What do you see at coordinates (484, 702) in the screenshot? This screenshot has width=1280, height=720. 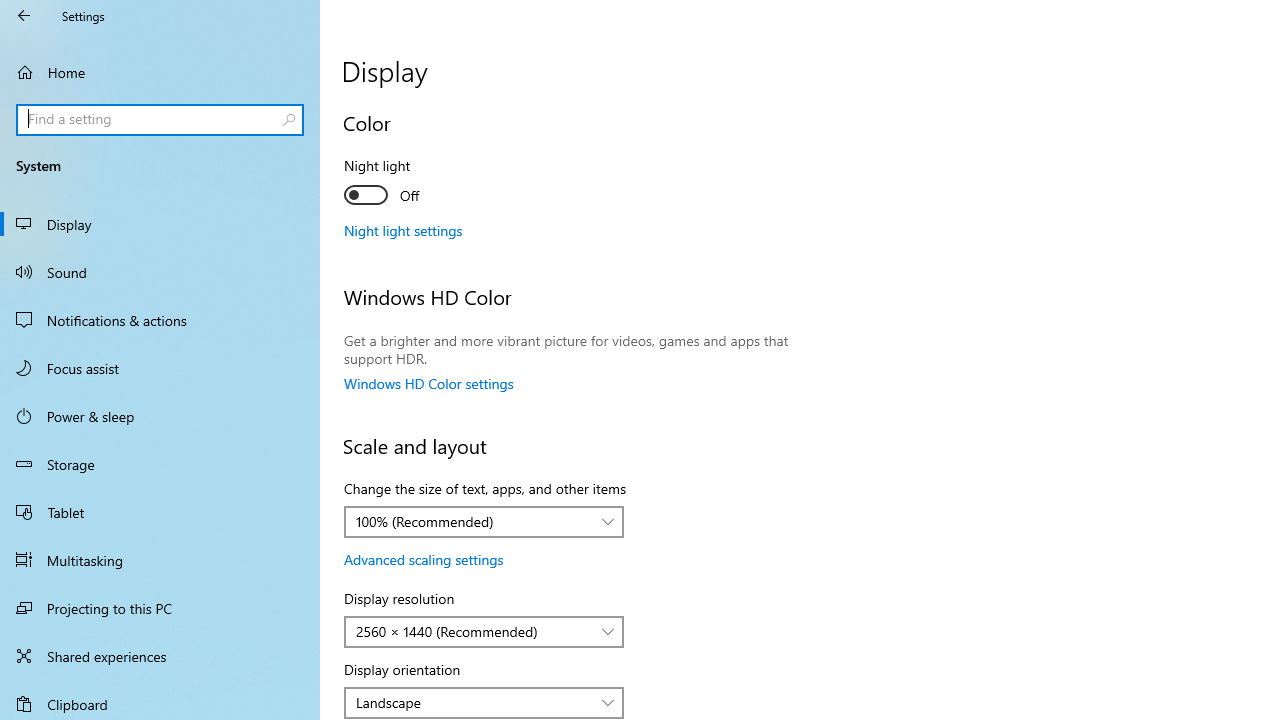 I see `'Display orientation'` at bounding box center [484, 702].